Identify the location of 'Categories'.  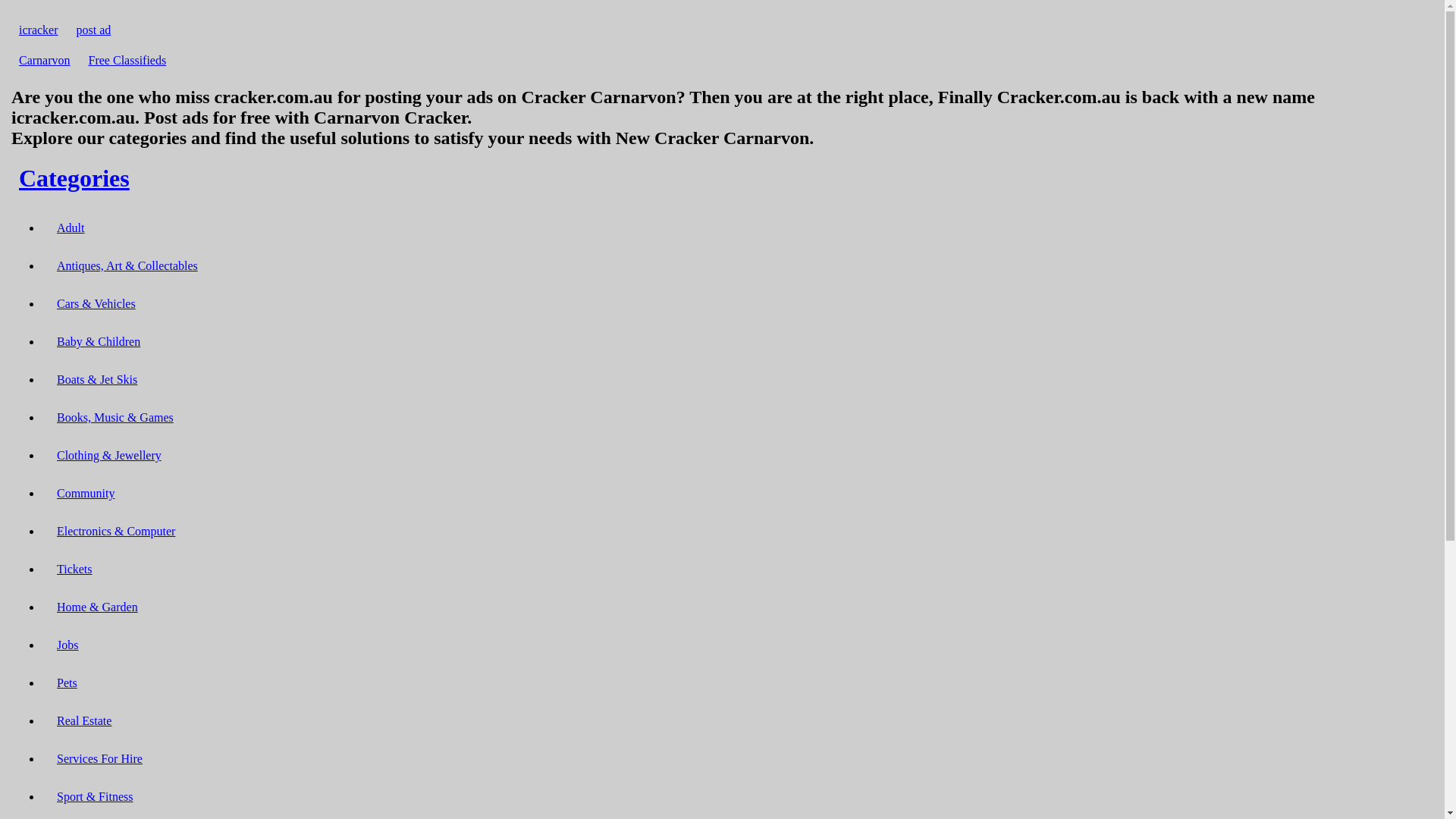
(73, 177).